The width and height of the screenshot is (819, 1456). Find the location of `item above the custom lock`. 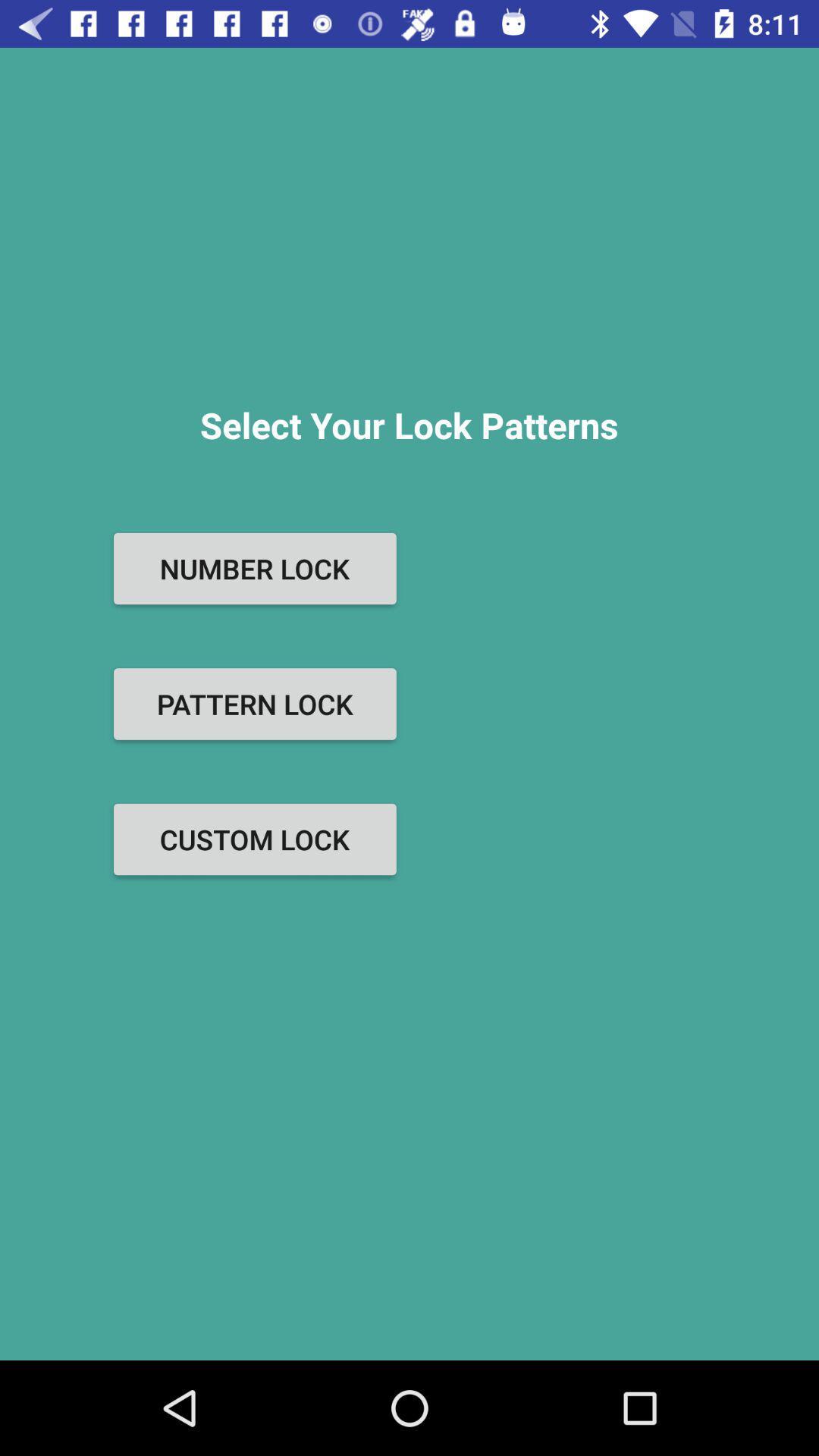

item above the custom lock is located at coordinates (254, 703).